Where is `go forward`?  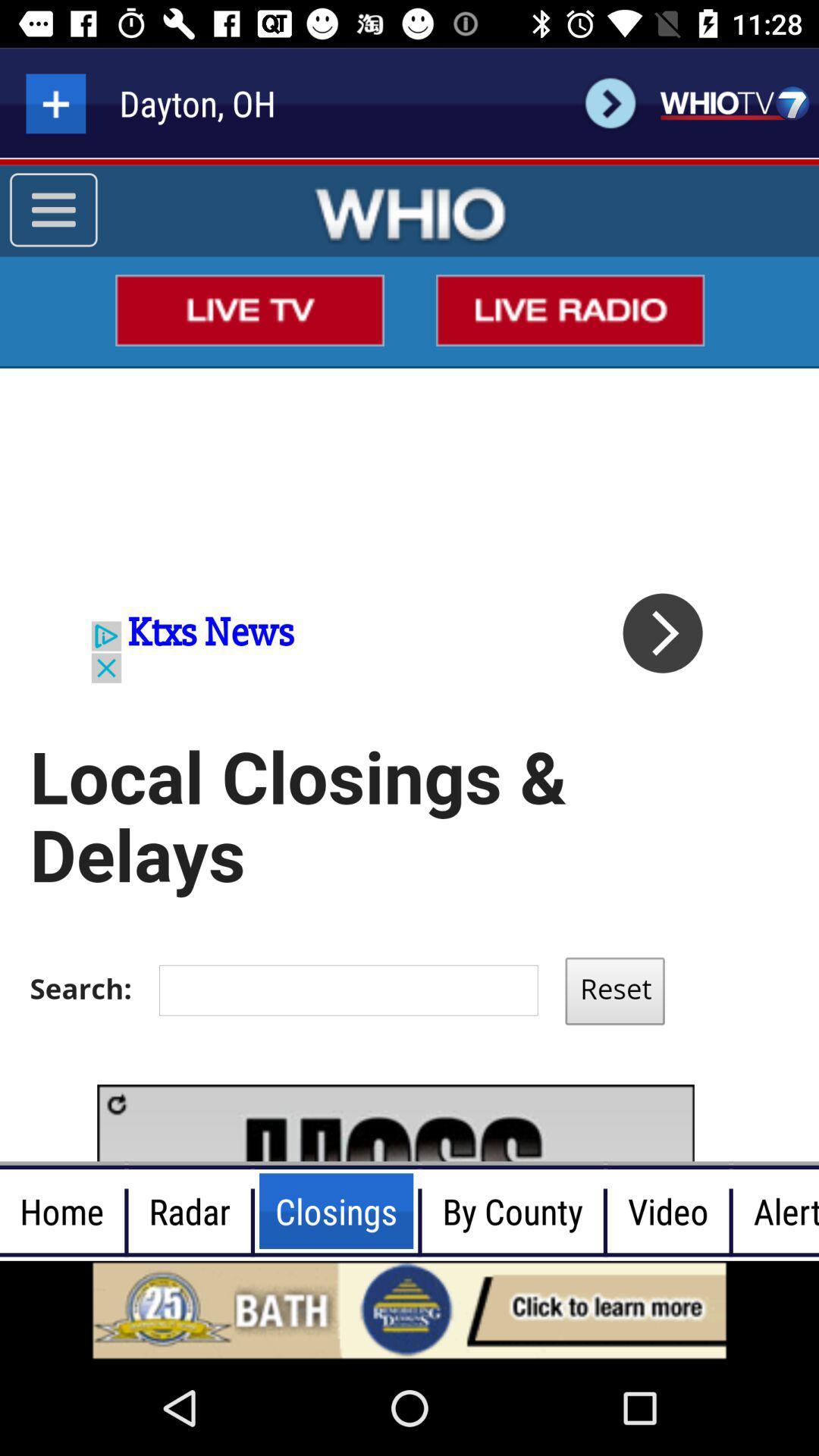 go forward is located at coordinates (610, 102).